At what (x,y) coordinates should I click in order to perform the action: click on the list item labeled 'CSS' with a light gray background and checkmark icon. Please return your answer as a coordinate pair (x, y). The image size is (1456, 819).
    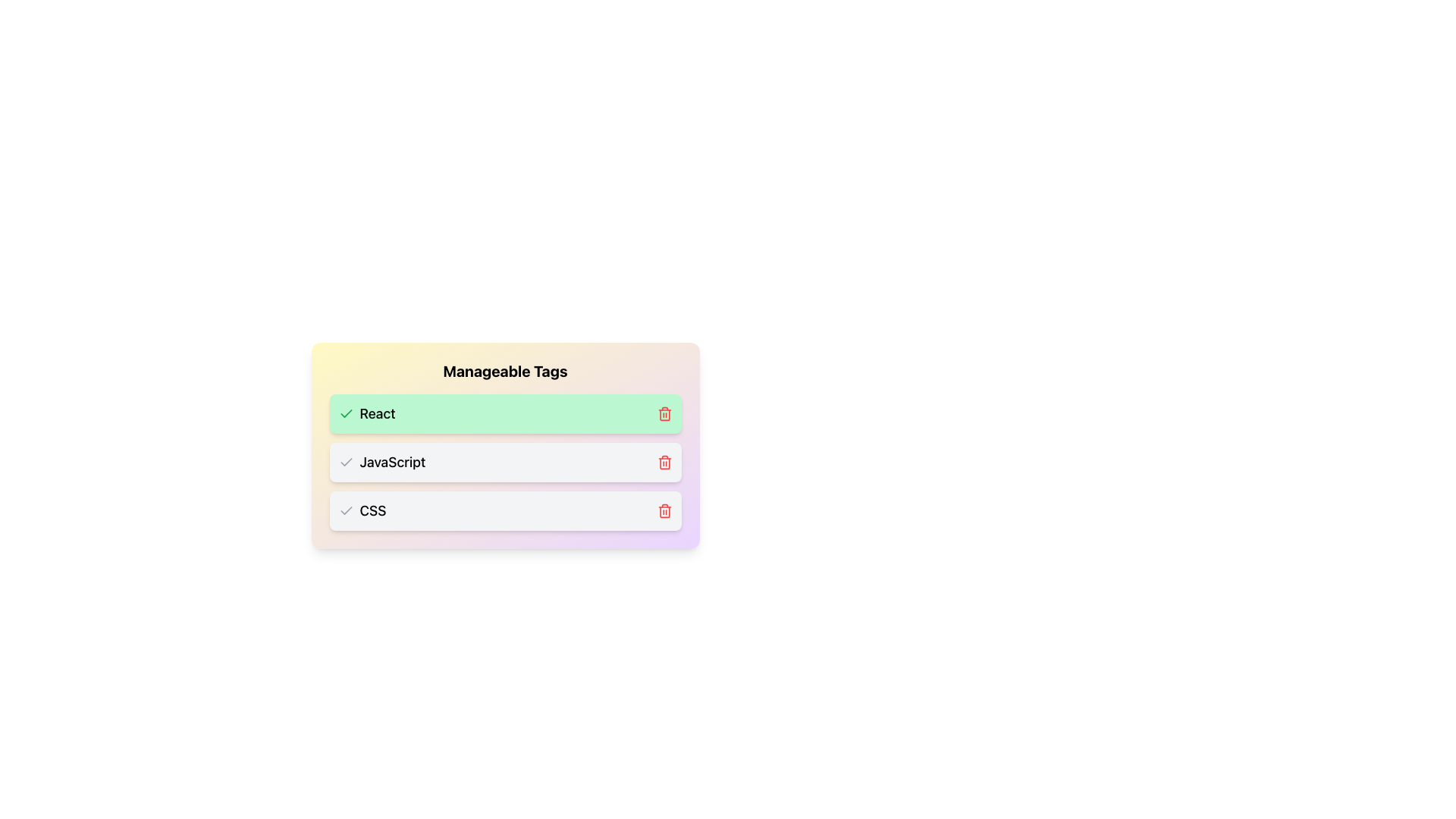
    Looking at the image, I should click on (505, 511).